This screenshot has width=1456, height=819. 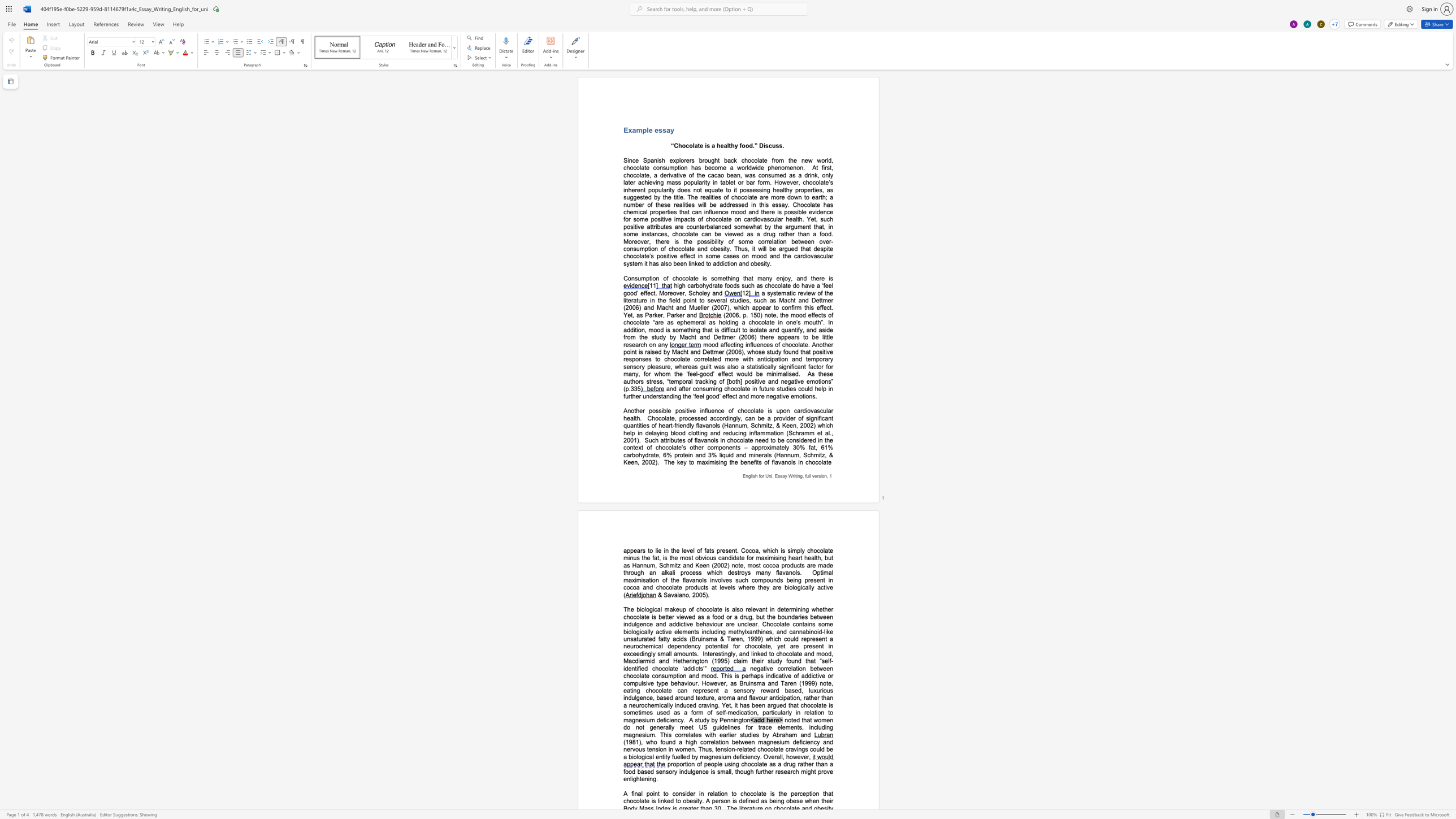 What do you see at coordinates (714, 609) in the screenshot?
I see `the space between the continuous character "l" and "a" in the text` at bounding box center [714, 609].